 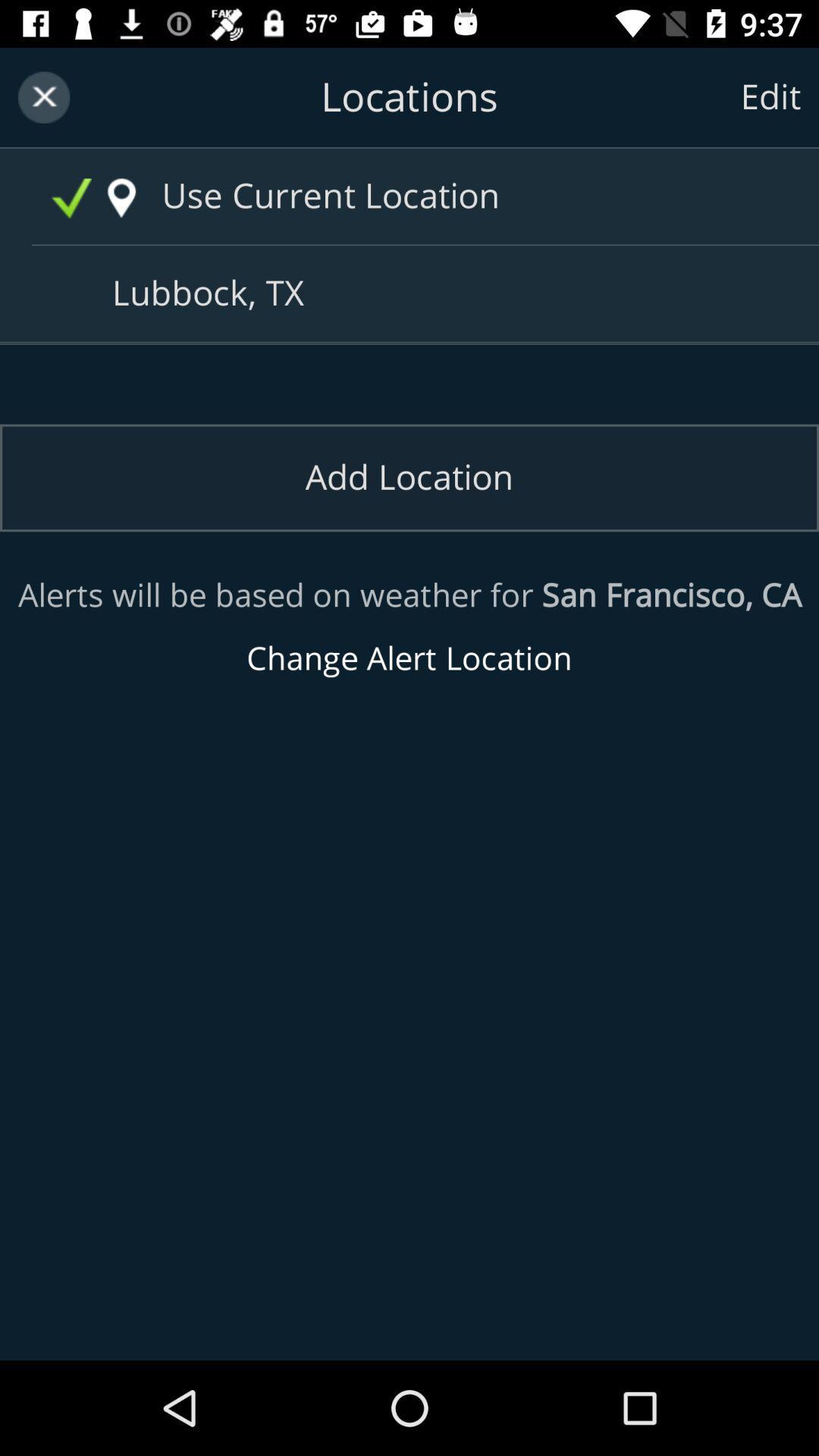 What do you see at coordinates (441, 196) in the screenshot?
I see `the use current location option` at bounding box center [441, 196].